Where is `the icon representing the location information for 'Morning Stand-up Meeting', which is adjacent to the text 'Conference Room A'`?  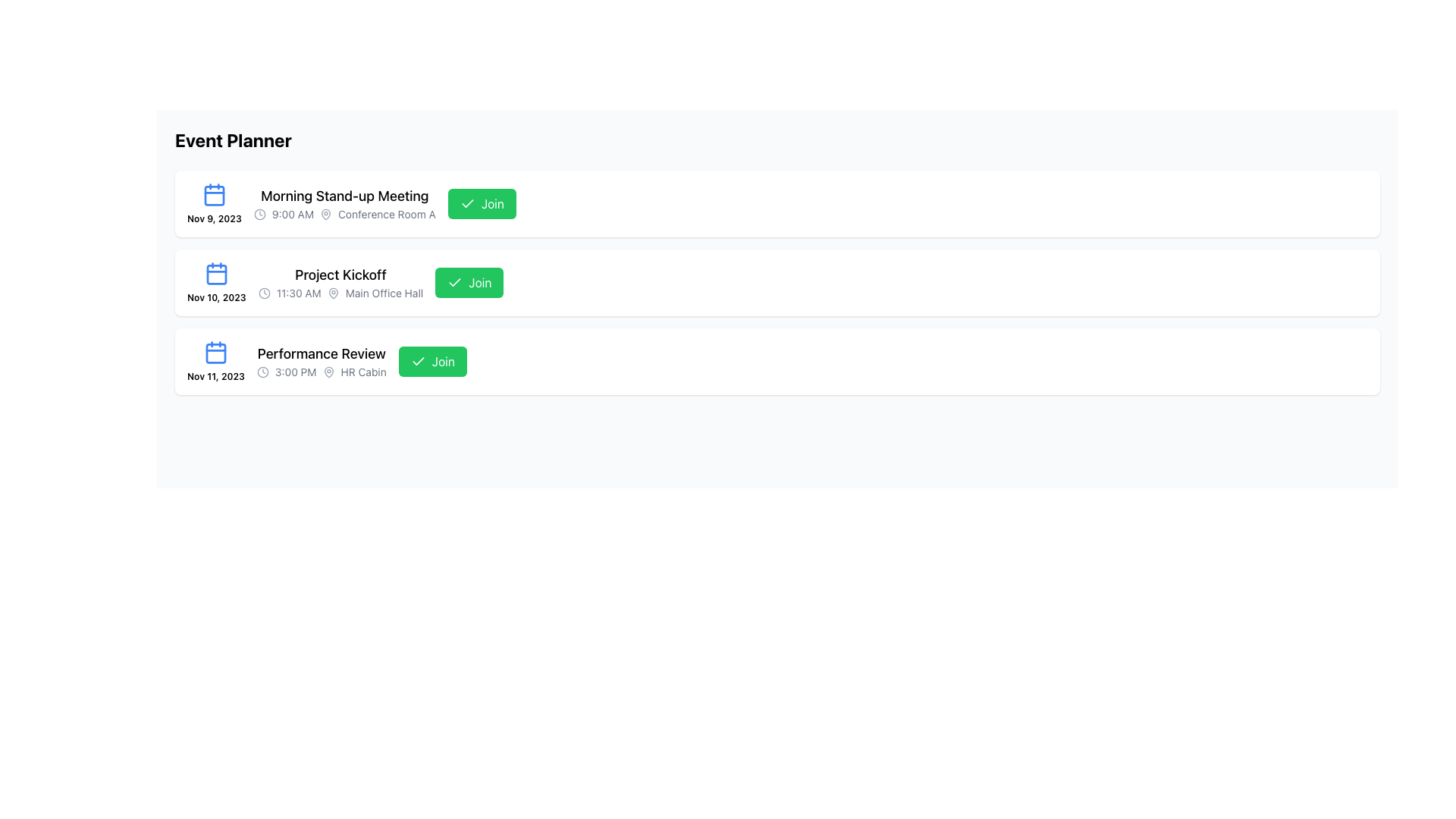 the icon representing the location information for 'Morning Stand-up Meeting', which is adjacent to the text 'Conference Room A' is located at coordinates (325, 214).